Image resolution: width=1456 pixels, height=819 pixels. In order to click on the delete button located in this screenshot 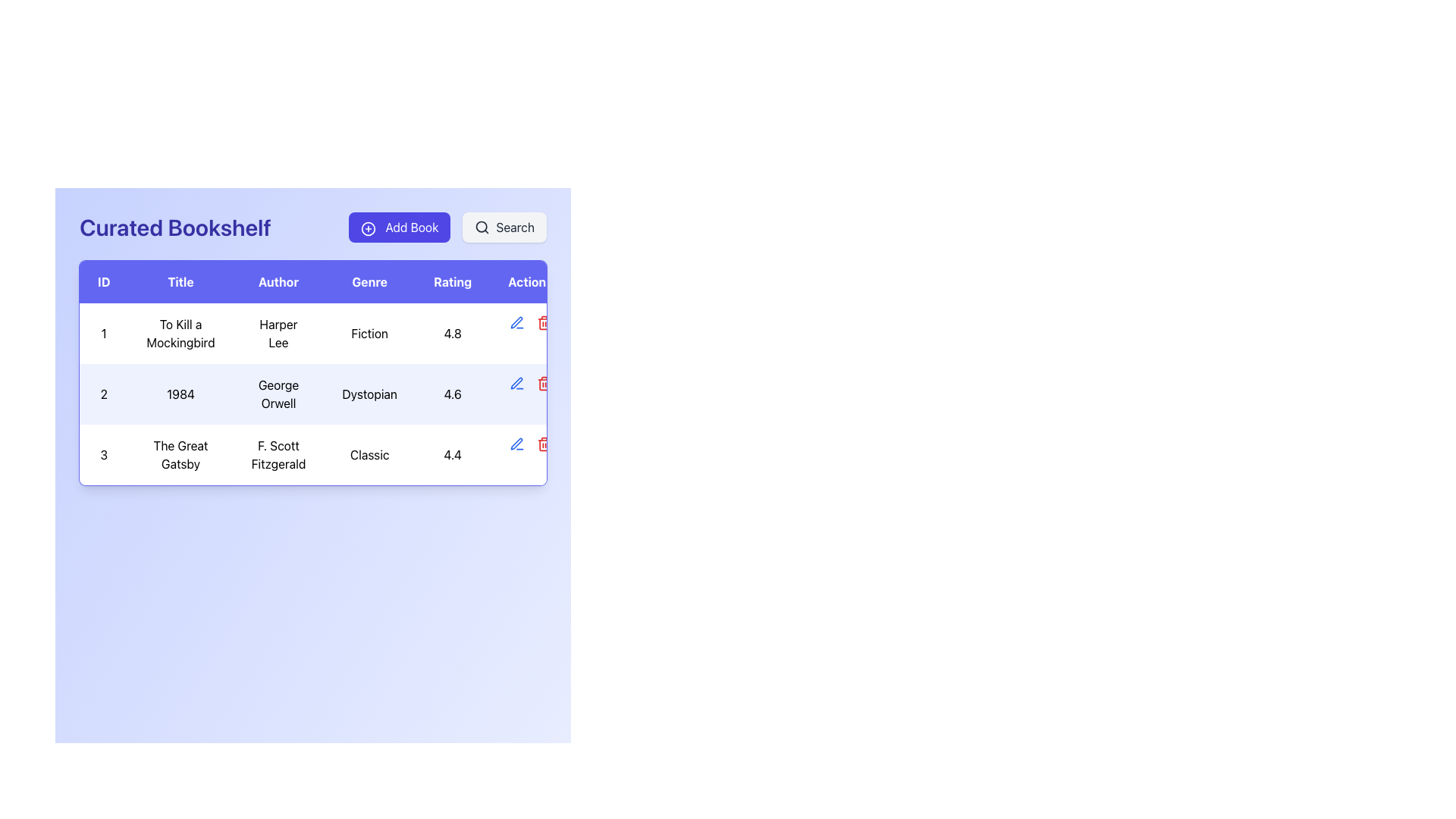, I will do `click(544, 444)`.